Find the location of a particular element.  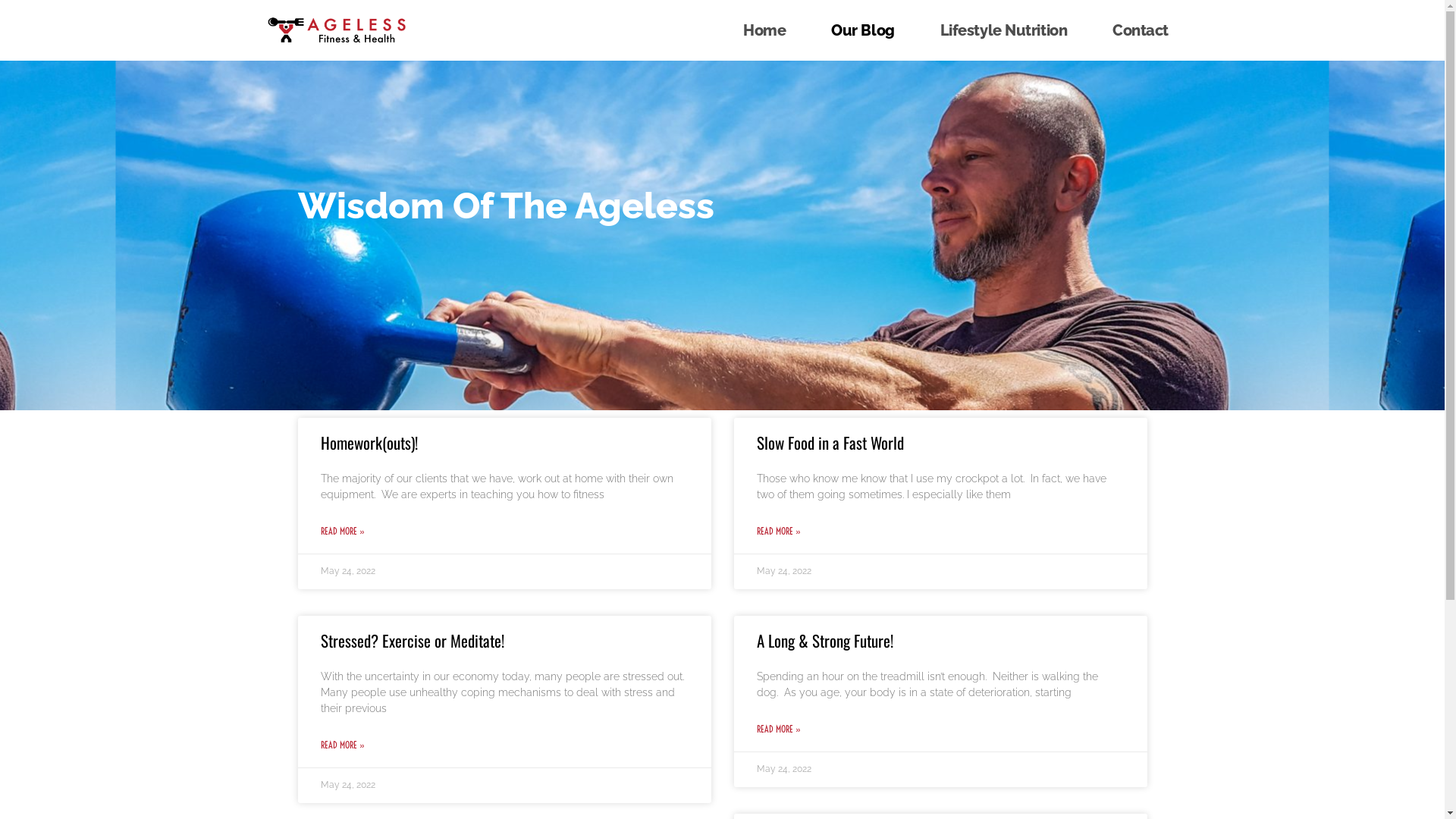

'Our Blog' is located at coordinates (862, 30).